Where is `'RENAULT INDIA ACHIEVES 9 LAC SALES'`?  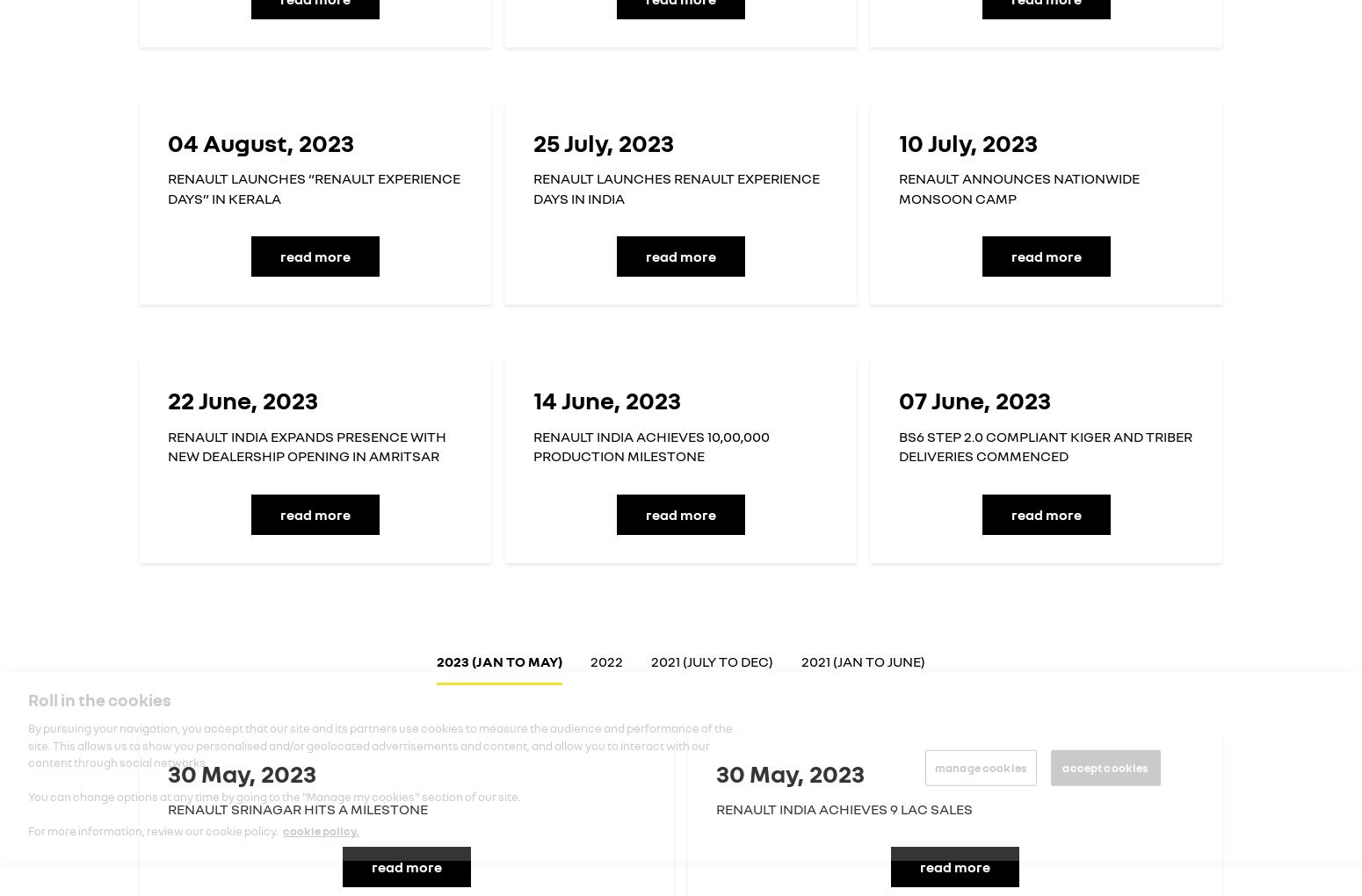
'RENAULT INDIA ACHIEVES 9 LAC SALES' is located at coordinates (844, 808).